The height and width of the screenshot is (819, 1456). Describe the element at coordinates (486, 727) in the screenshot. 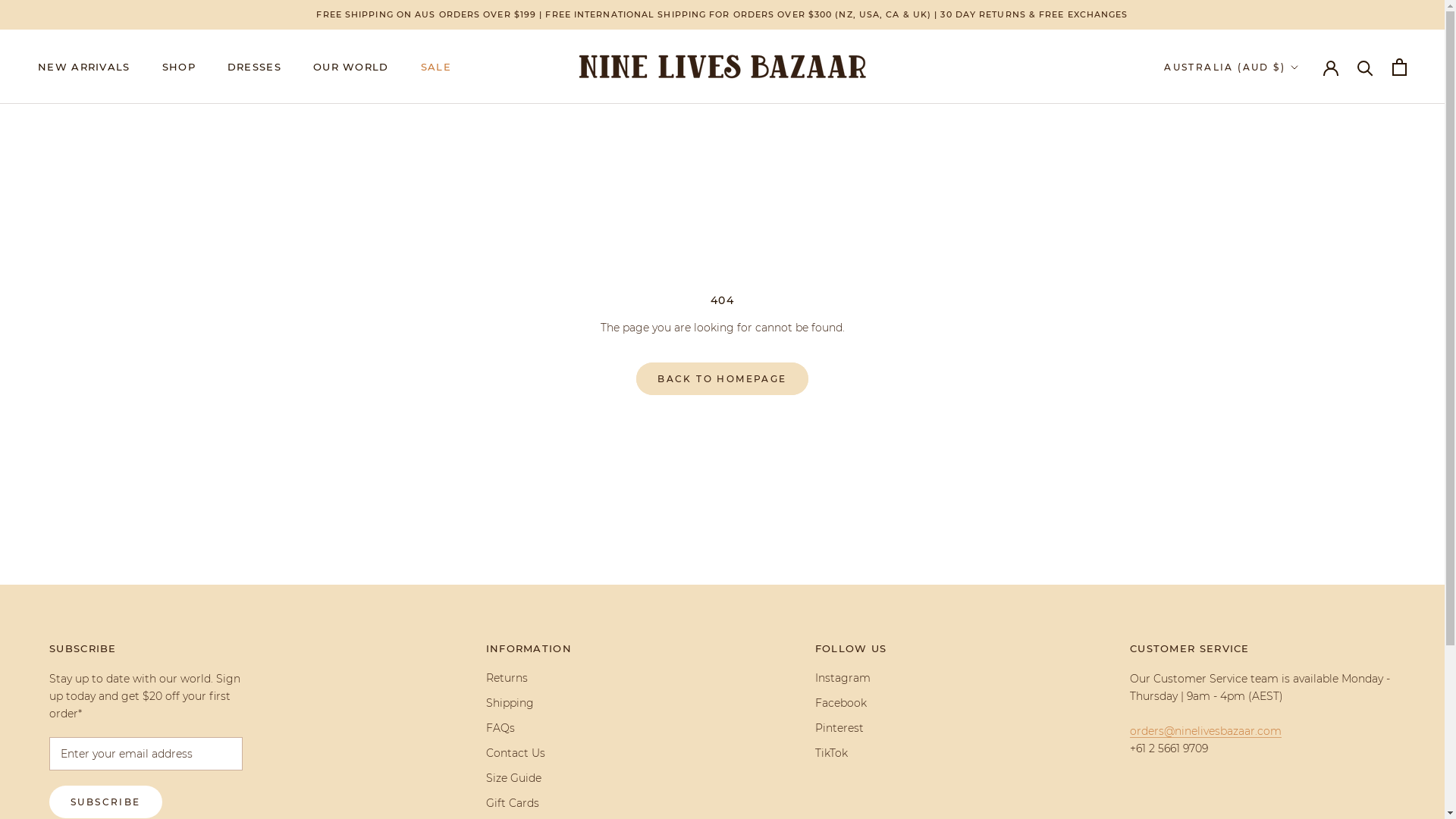

I see `'FAQs'` at that location.